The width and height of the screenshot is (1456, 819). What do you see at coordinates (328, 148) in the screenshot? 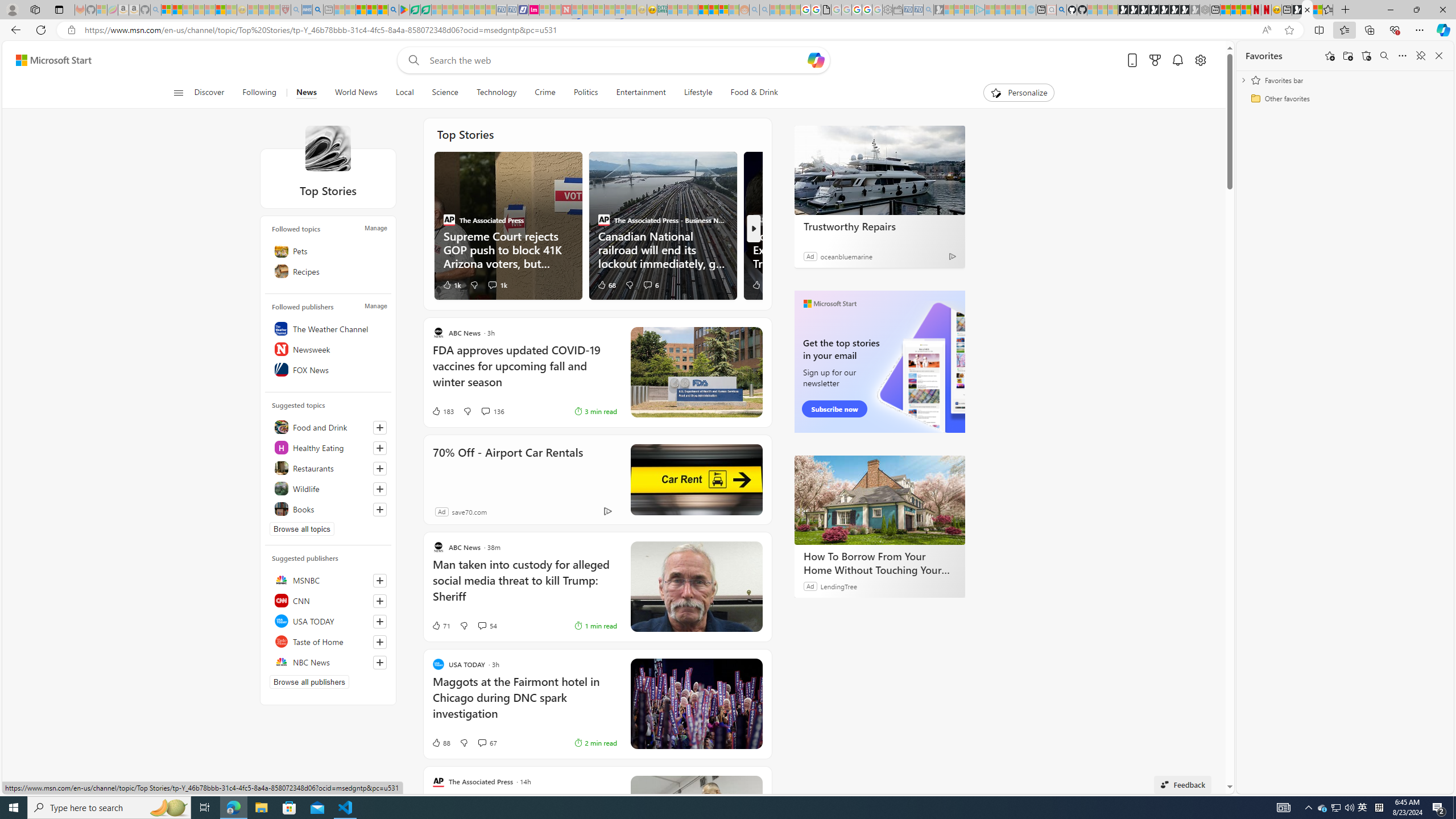
I see `'Top Stories'` at bounding box center [328, 148].